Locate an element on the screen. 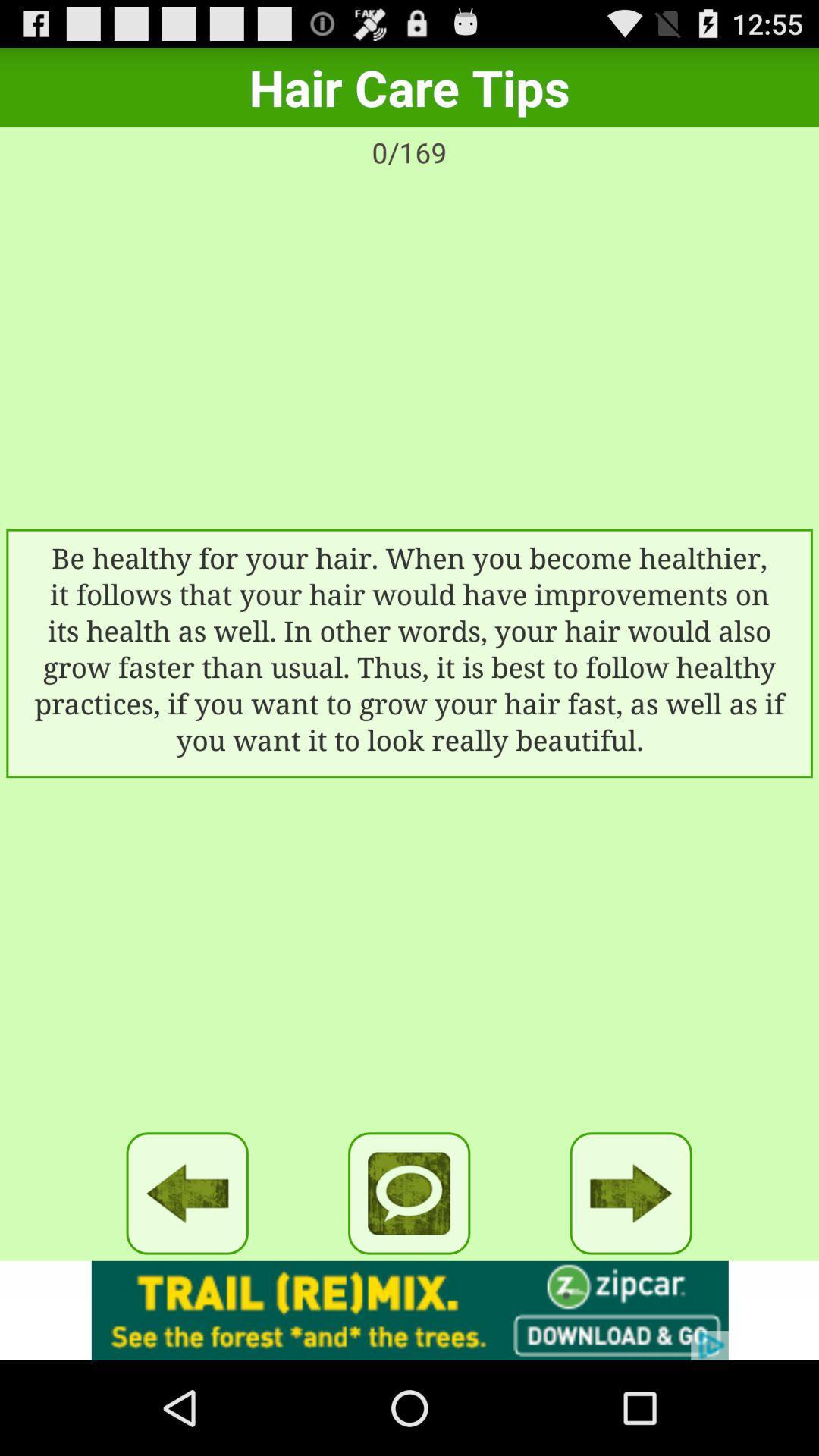 This screenshot has height=1456, width=819. back page button is located at coordinates (187, 1192).